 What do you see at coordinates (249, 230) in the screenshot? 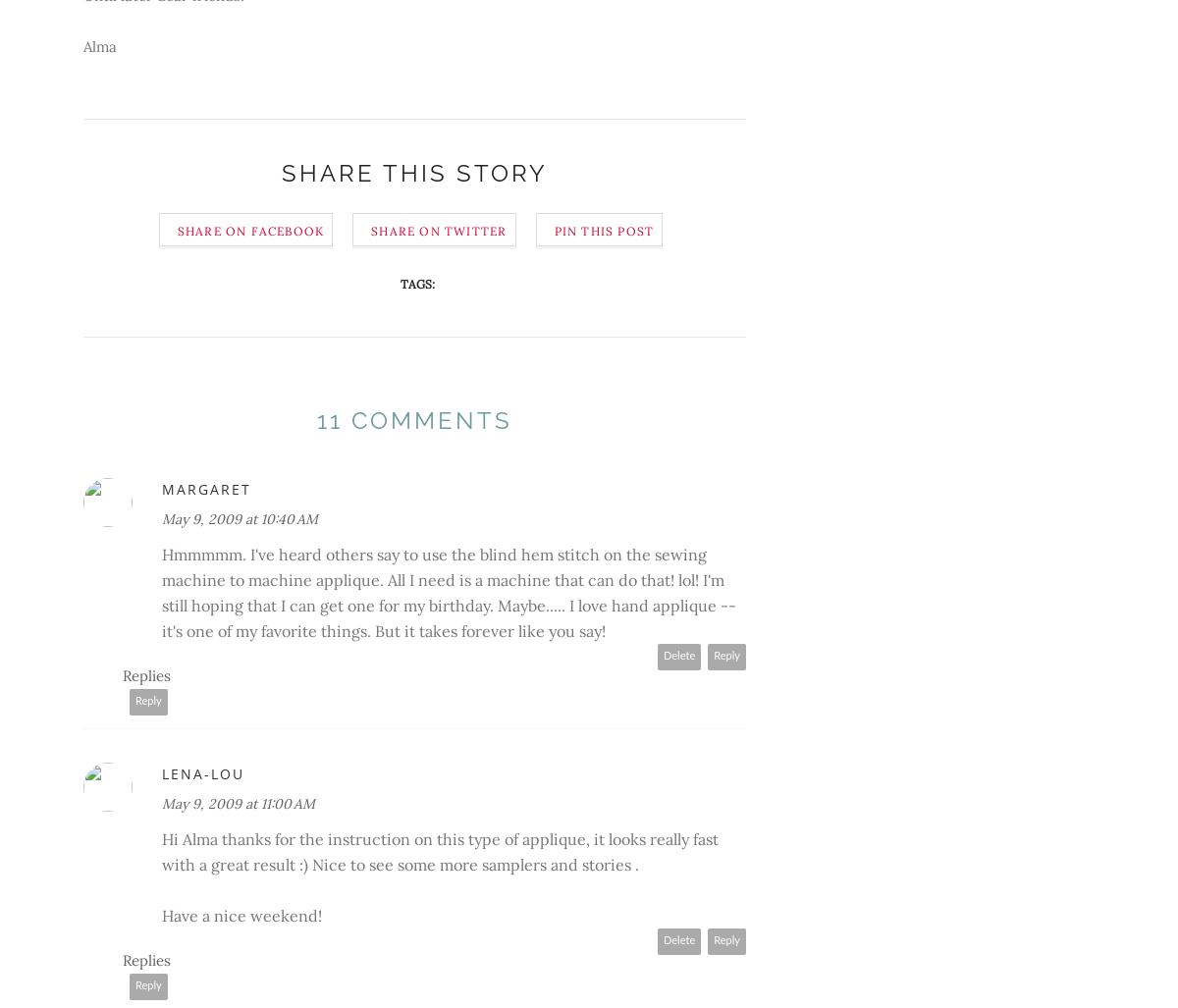
I see `'Share on Facebook'` at bounding box center [249, 230].